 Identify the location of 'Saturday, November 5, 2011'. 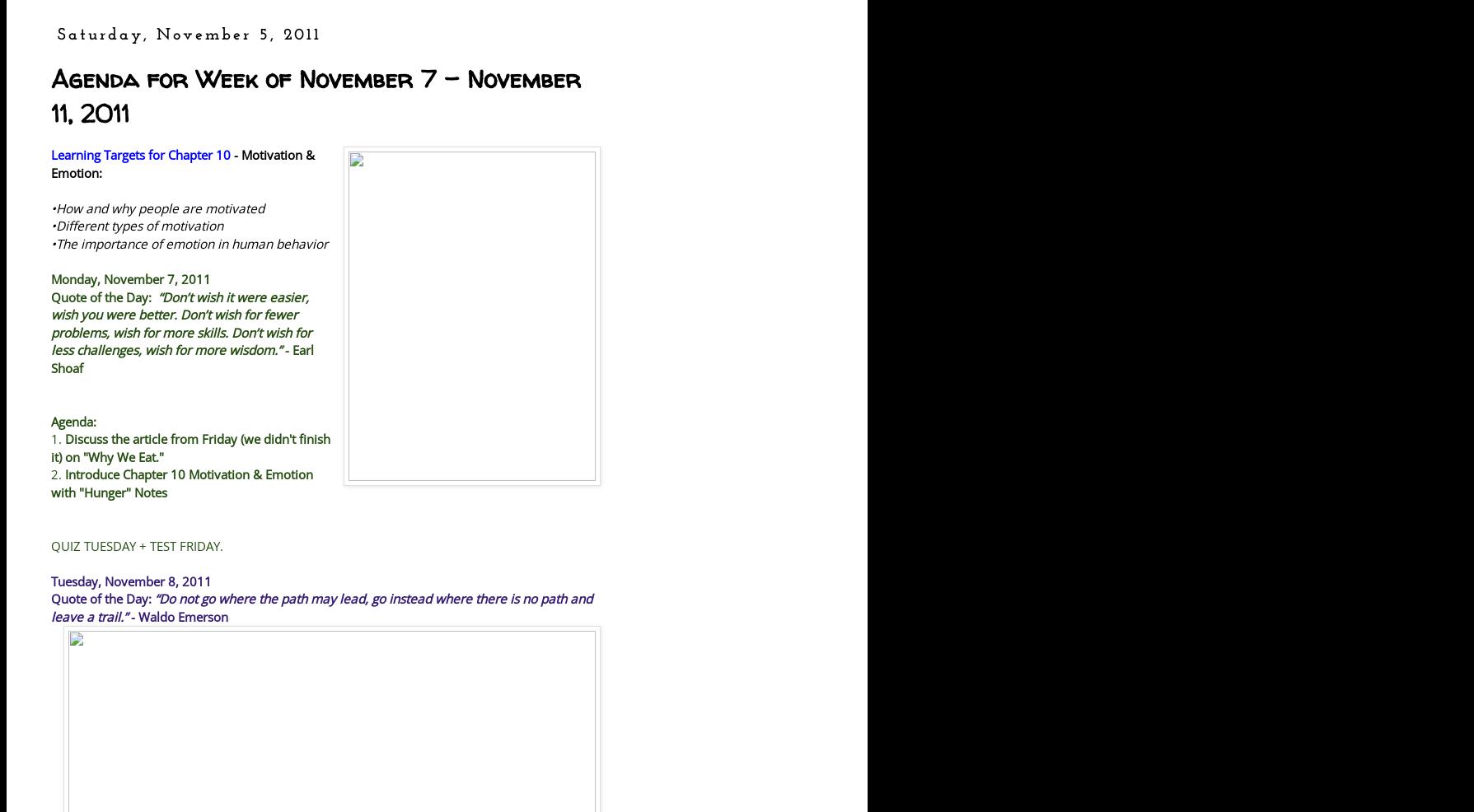
(190, 34).